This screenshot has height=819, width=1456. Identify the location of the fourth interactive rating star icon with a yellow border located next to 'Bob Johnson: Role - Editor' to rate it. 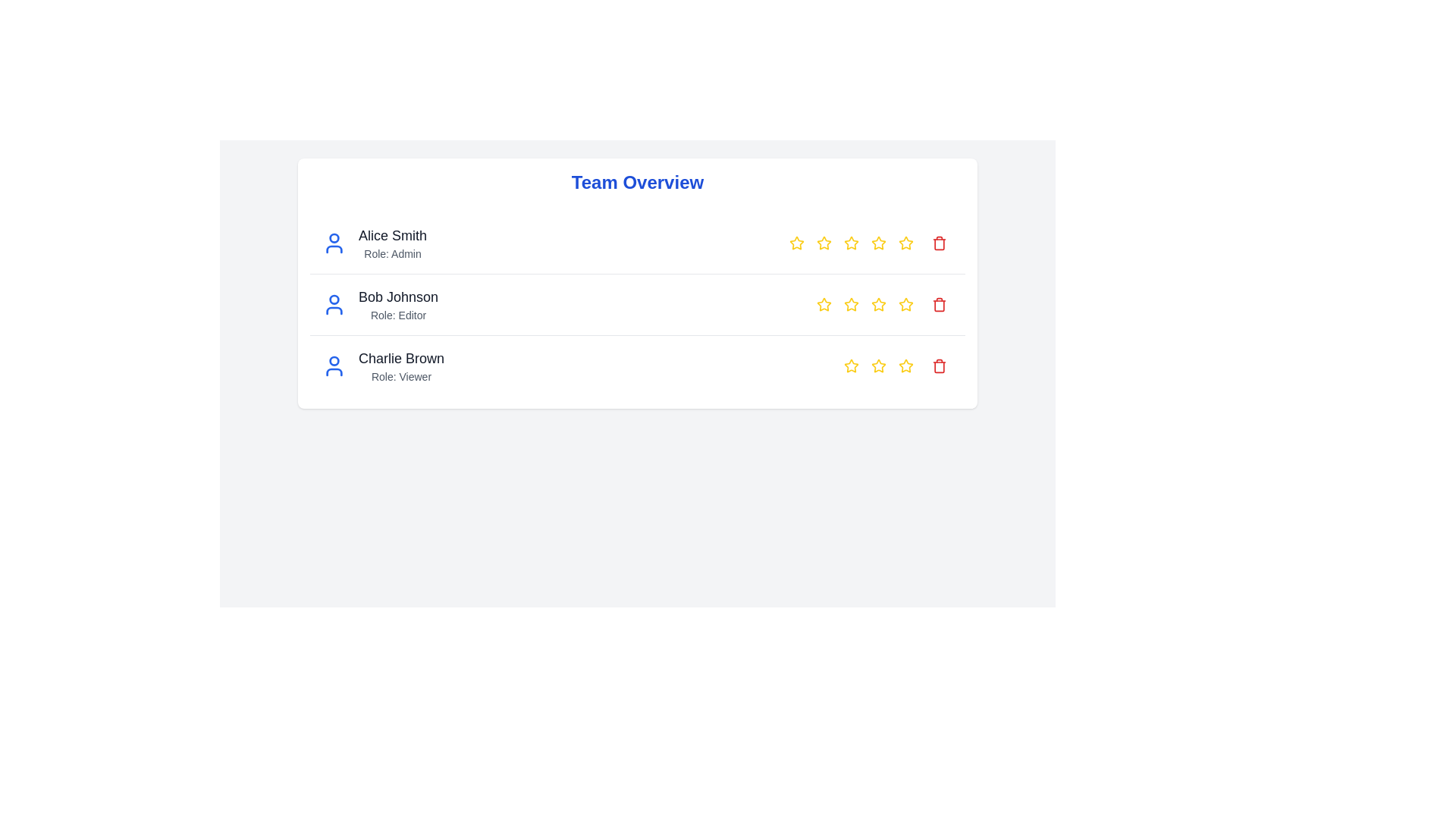
(877, 304).